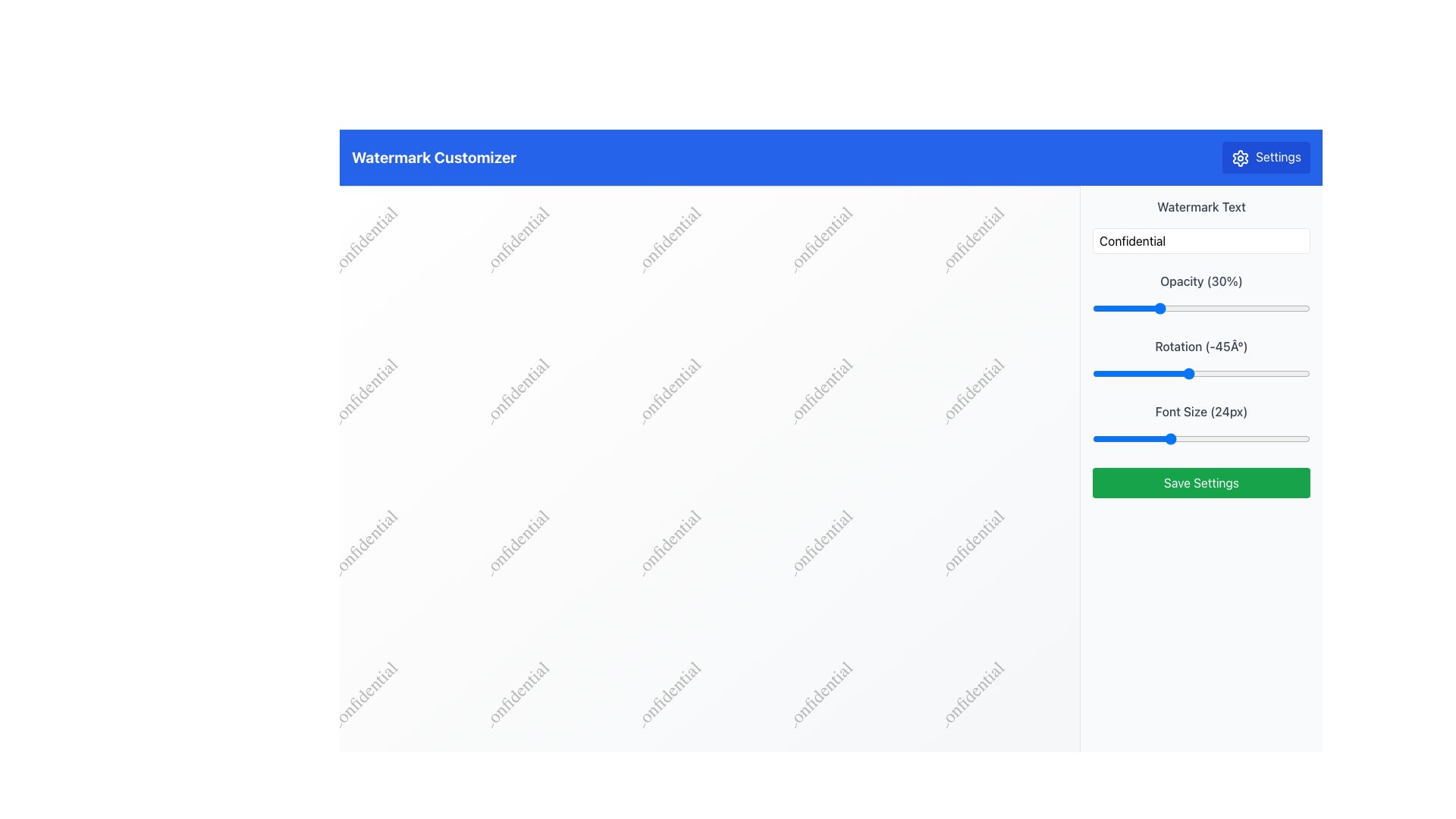  Describe the element at coordinates (1212, 373) in the screenshot. I see `rotation` at that location.